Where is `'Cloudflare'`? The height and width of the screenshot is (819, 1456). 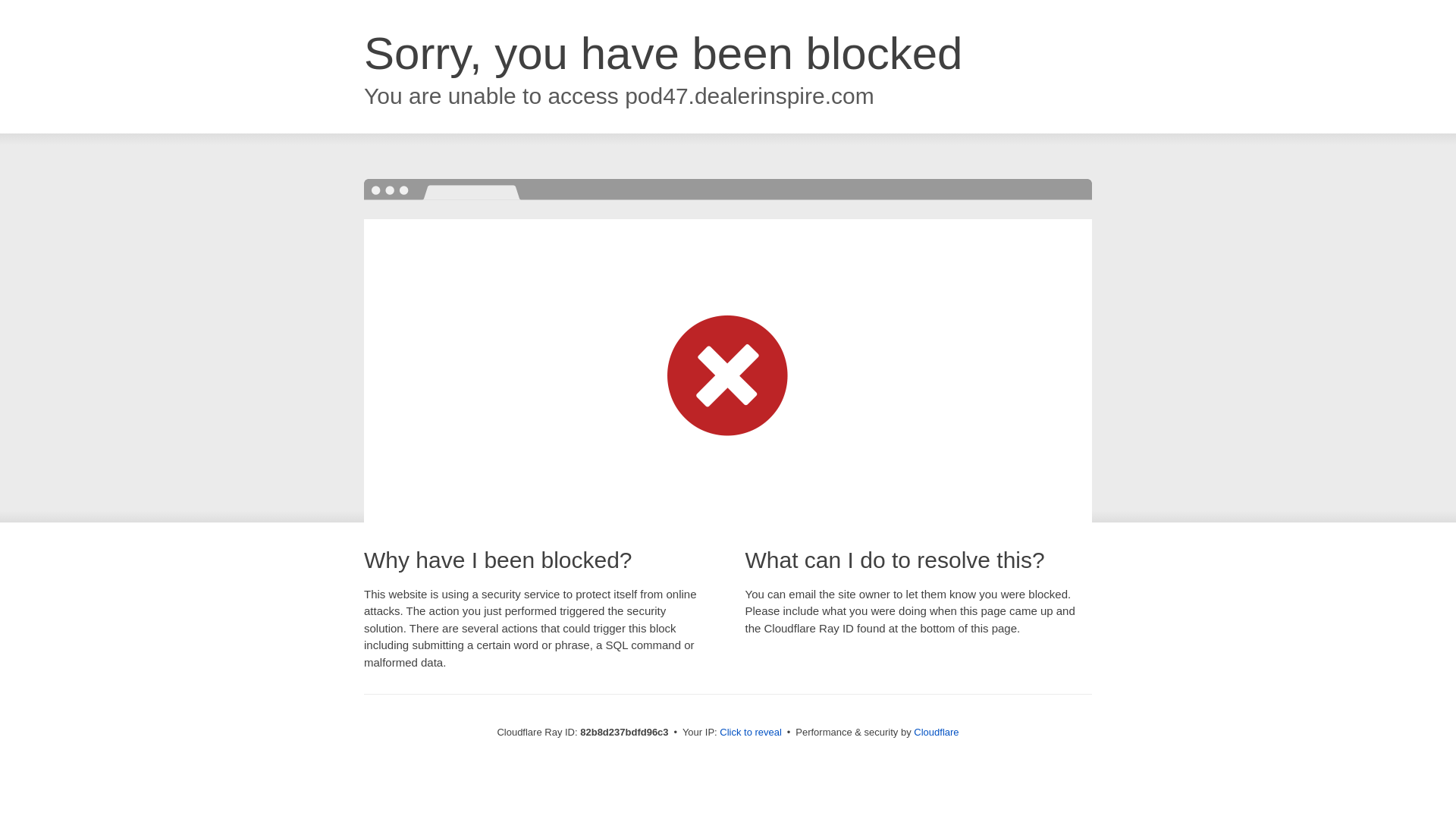
'Cloudflare' is located at coordinates (935, 731).